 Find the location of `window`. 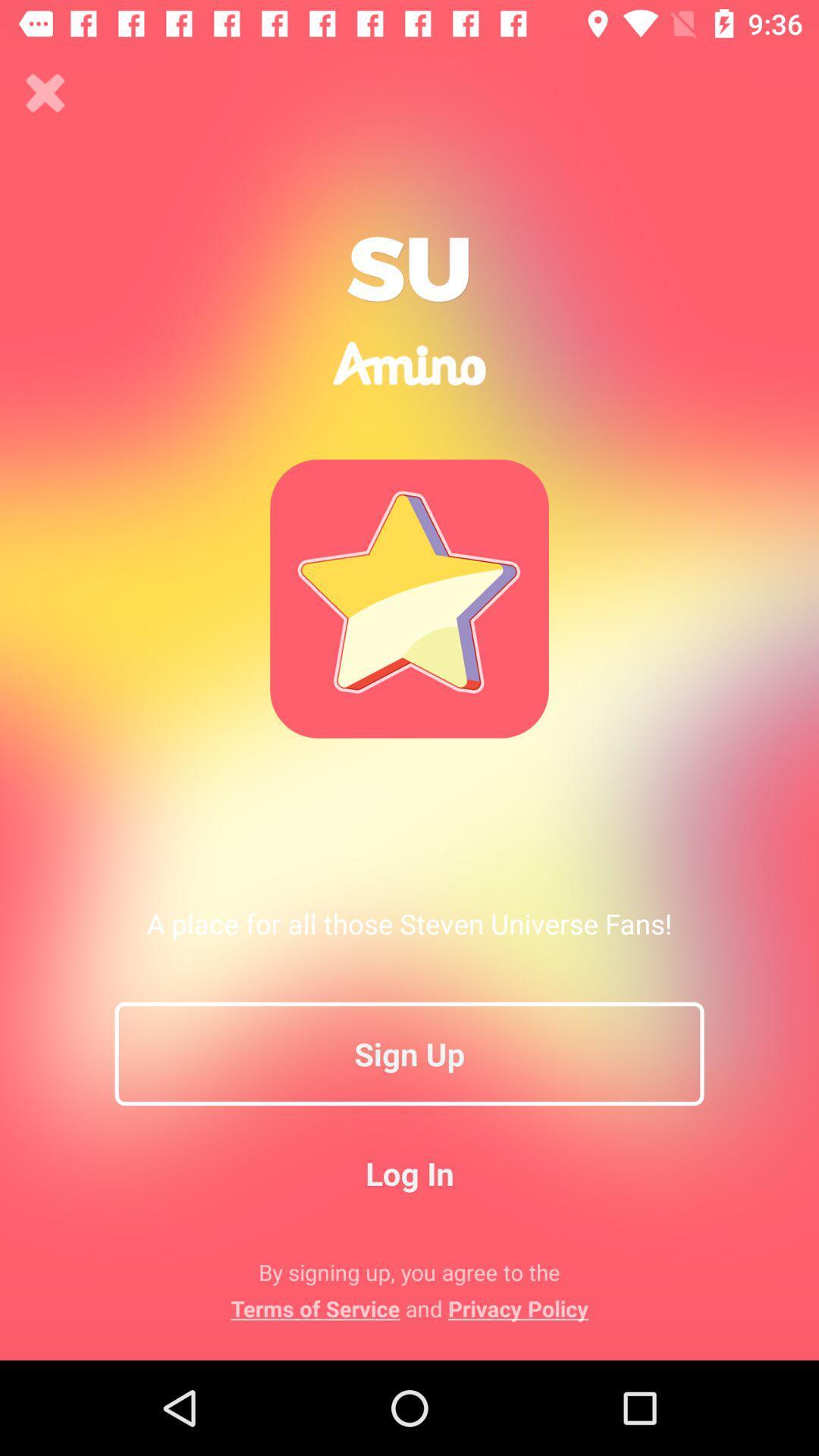

window is located at coordinates (45, 93).